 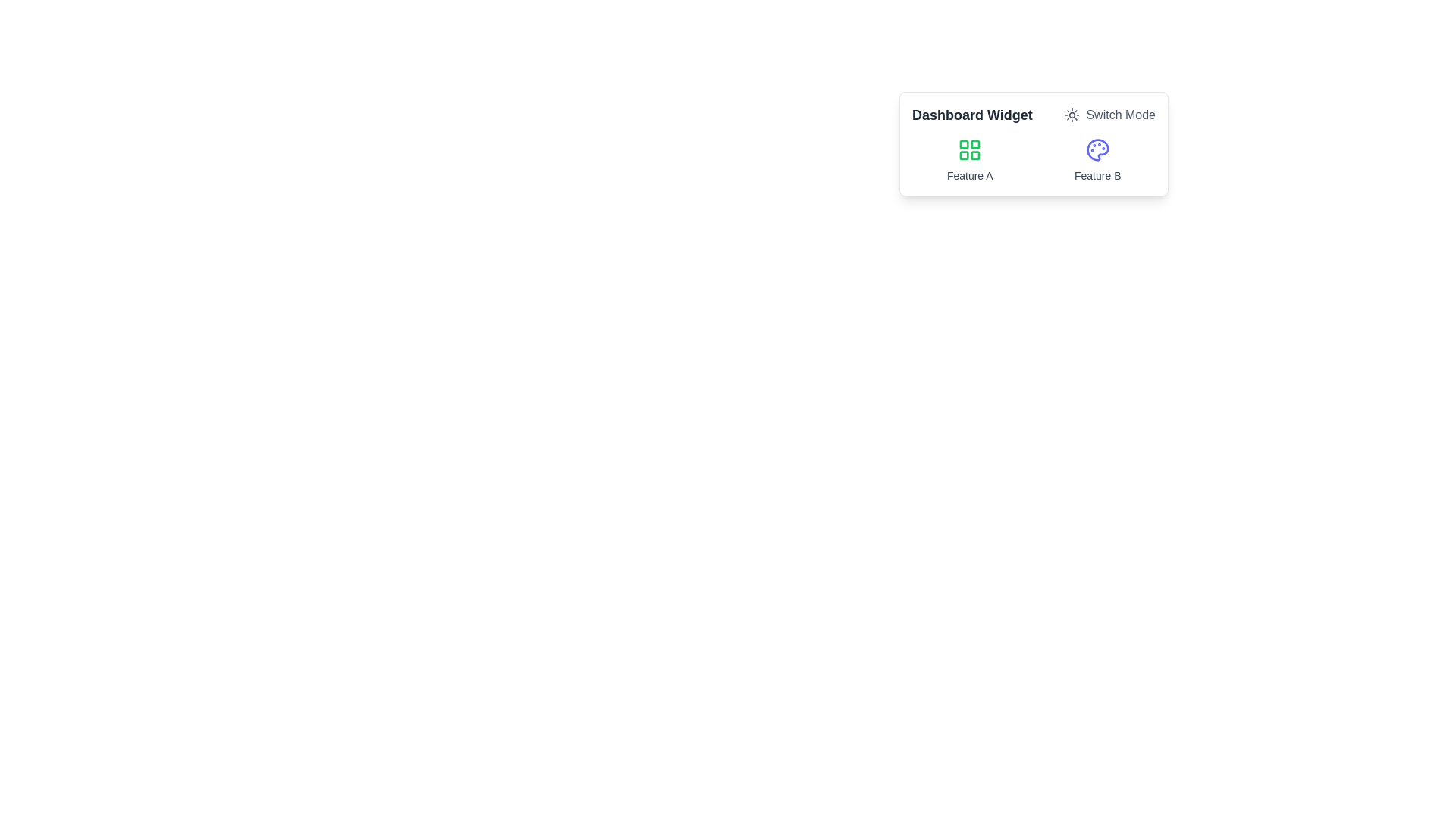 What do you see at coordinates (969, 149) in the screenshot?
I see `the 'Feature A' graphical icon located at the topmost part of the centered column under the 'Dashboard Widget' heading` at bounding box center [969, 149].